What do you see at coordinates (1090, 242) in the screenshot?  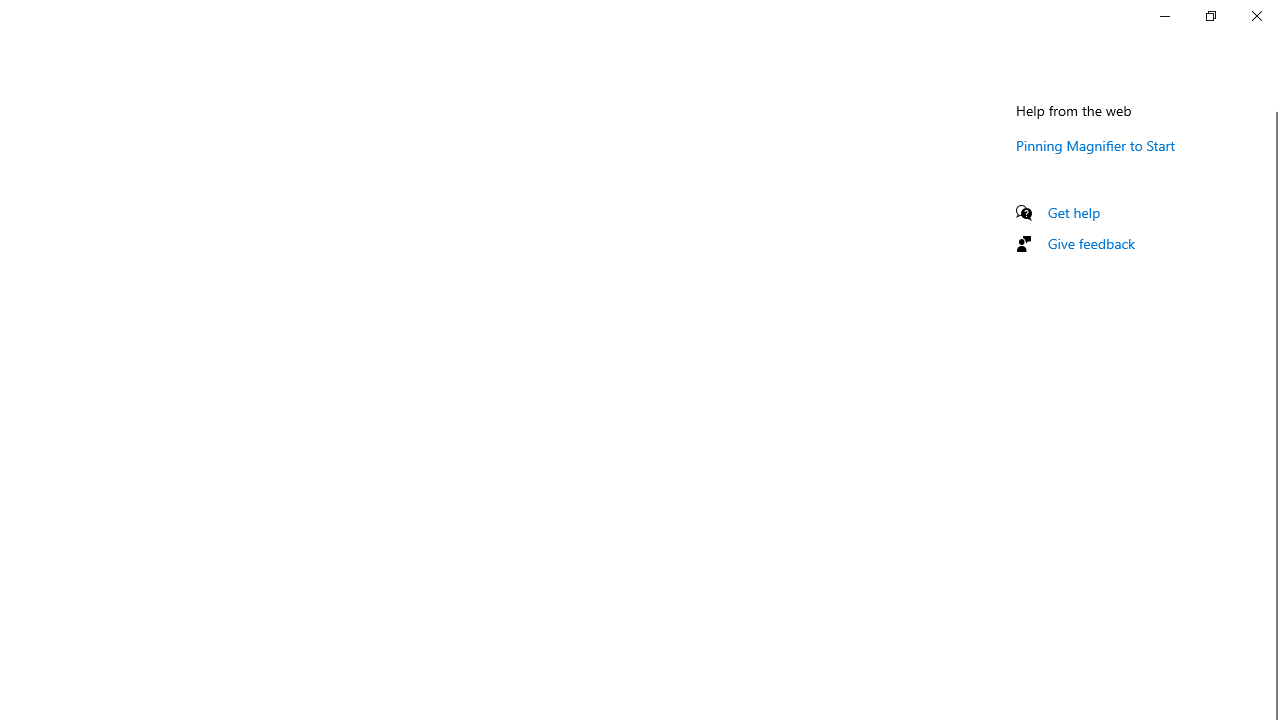 I see `'Give feedback'` at bounding box center [1090, 242].